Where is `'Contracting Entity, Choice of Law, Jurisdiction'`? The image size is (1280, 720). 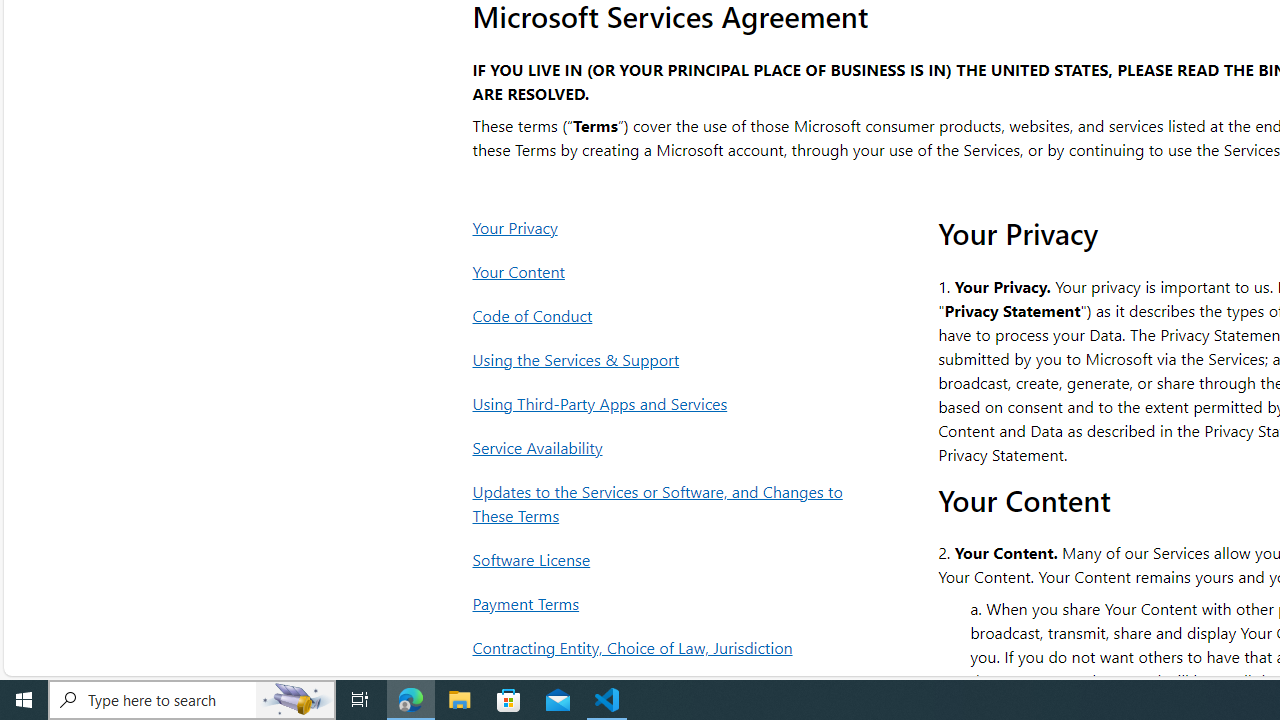 'Contracting Entity, Choice of Law, Jurisdiction' is located at coordinates (663, 647).